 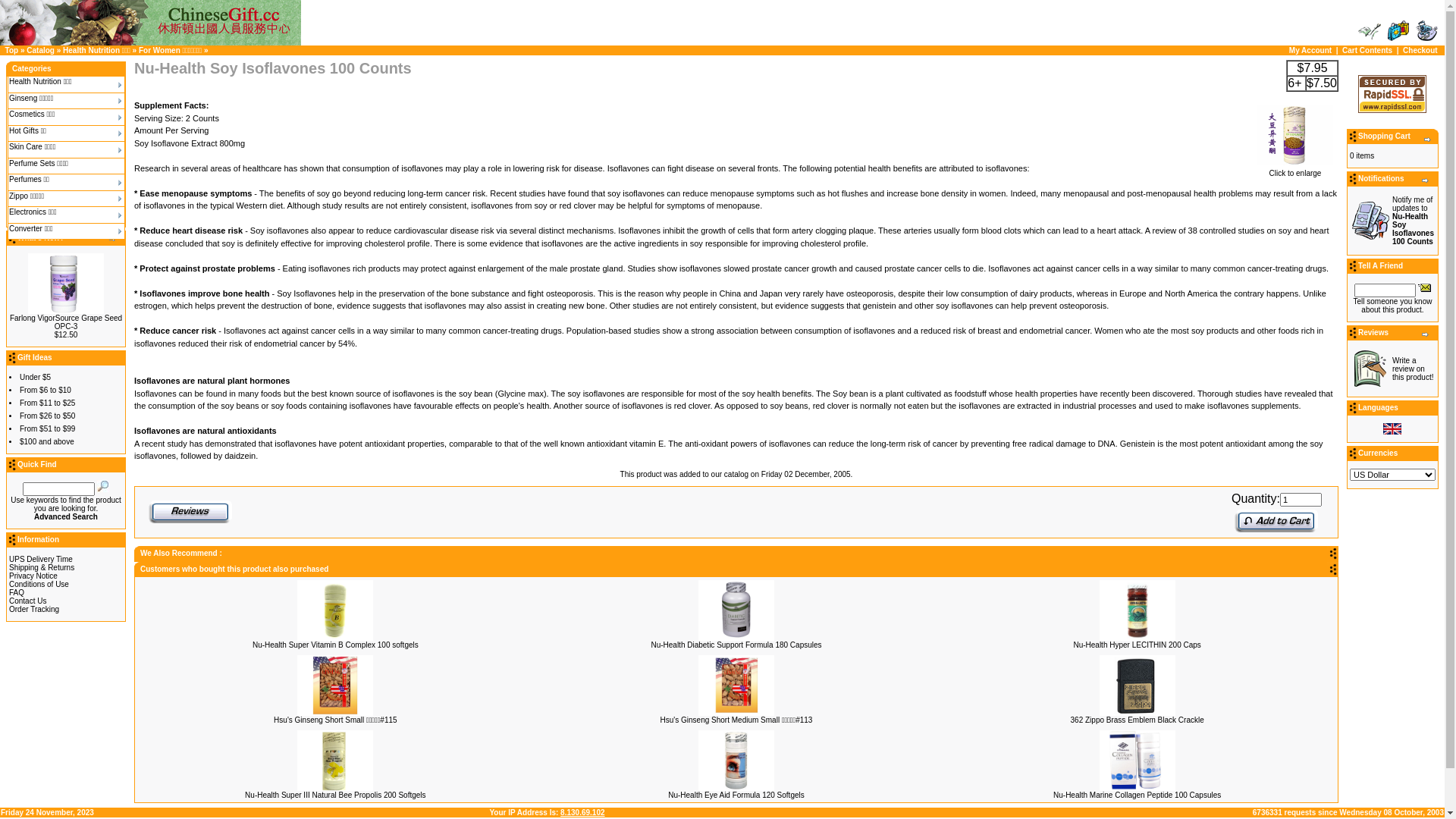 What do you see at coordinates (334, 760) in the screenshot?
I see `' Nu-Health Super III Natural Bee Propolis 200 Softgels '` at bounding box center [334, 760].